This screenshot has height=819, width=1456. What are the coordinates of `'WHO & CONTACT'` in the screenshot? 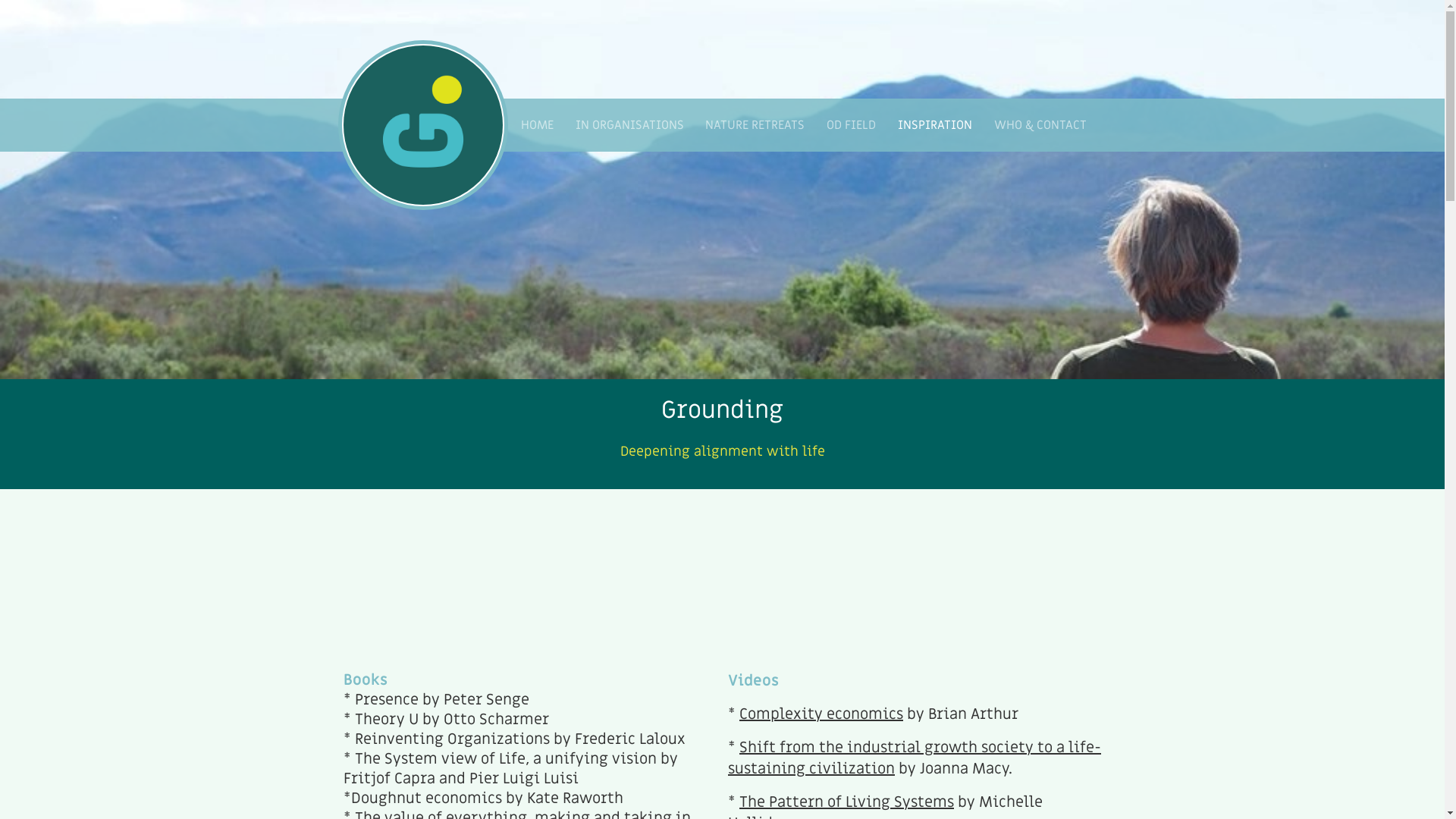 It's located at (1039, 124).